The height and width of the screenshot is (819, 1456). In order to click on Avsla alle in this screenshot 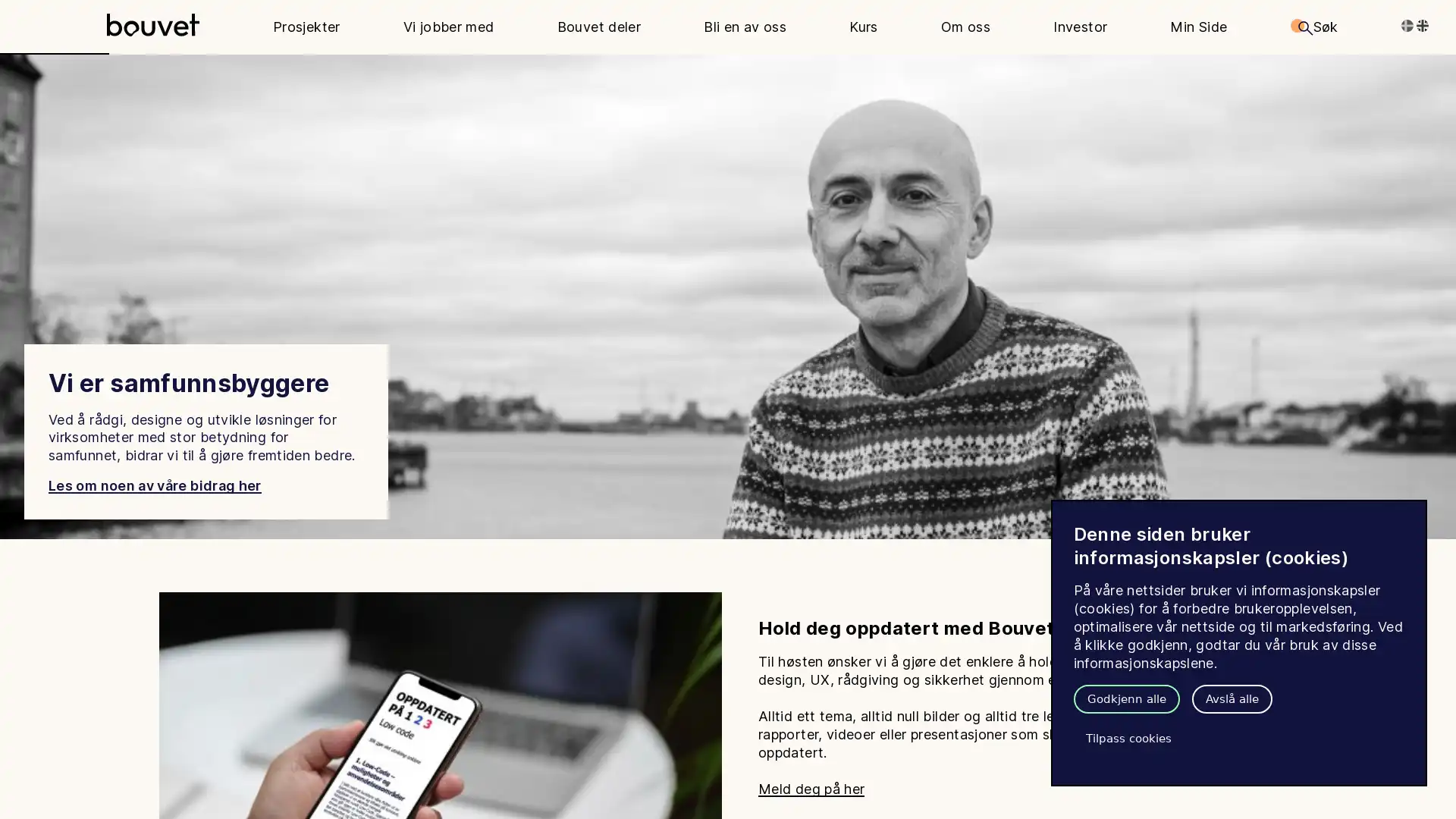, I will do `click(1231, 698)`.